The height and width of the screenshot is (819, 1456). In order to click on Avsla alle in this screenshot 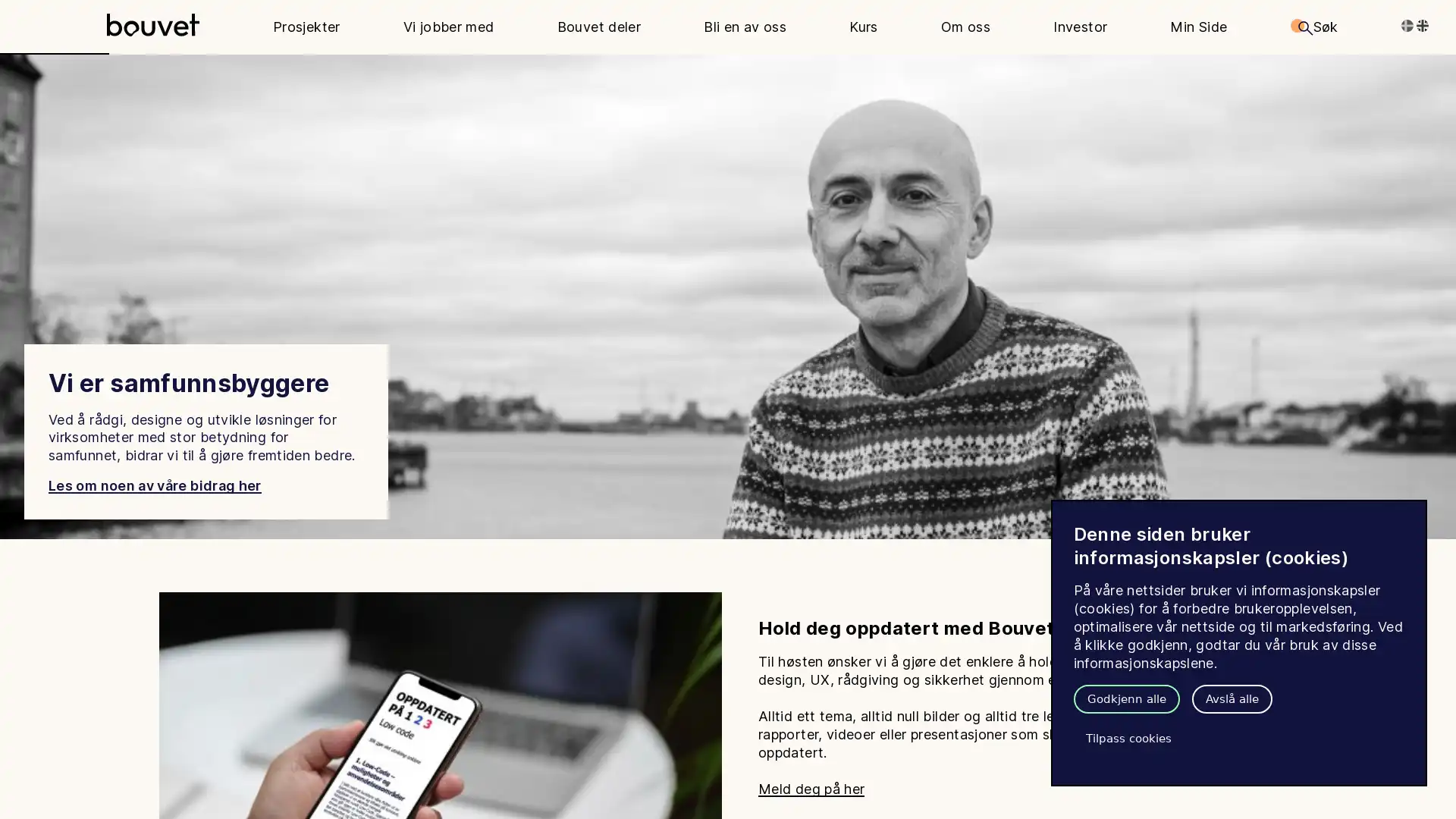, I will do `click(1231, 698)`.